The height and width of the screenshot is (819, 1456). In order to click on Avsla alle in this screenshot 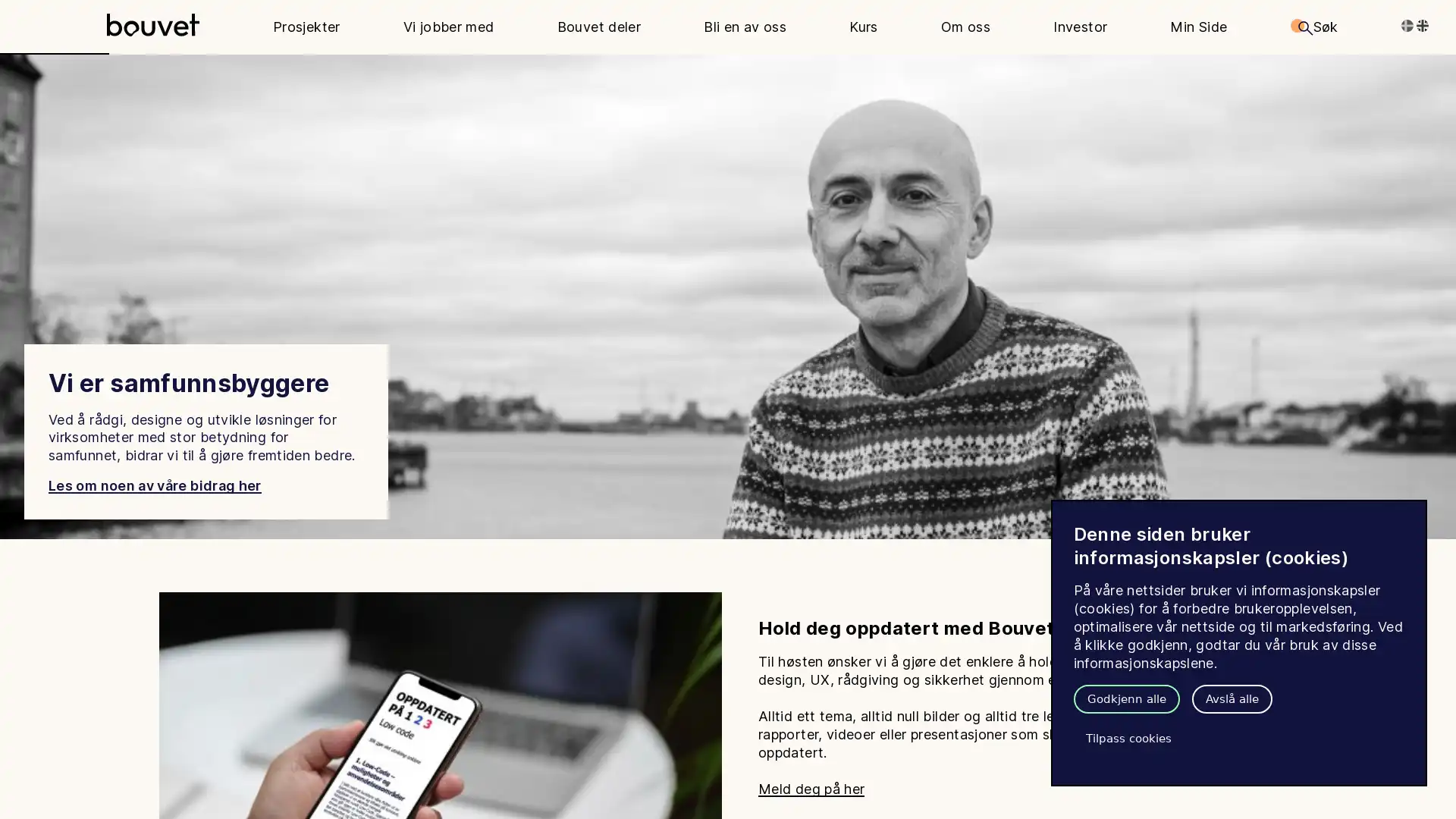, I will do `click(1231, 698)`.